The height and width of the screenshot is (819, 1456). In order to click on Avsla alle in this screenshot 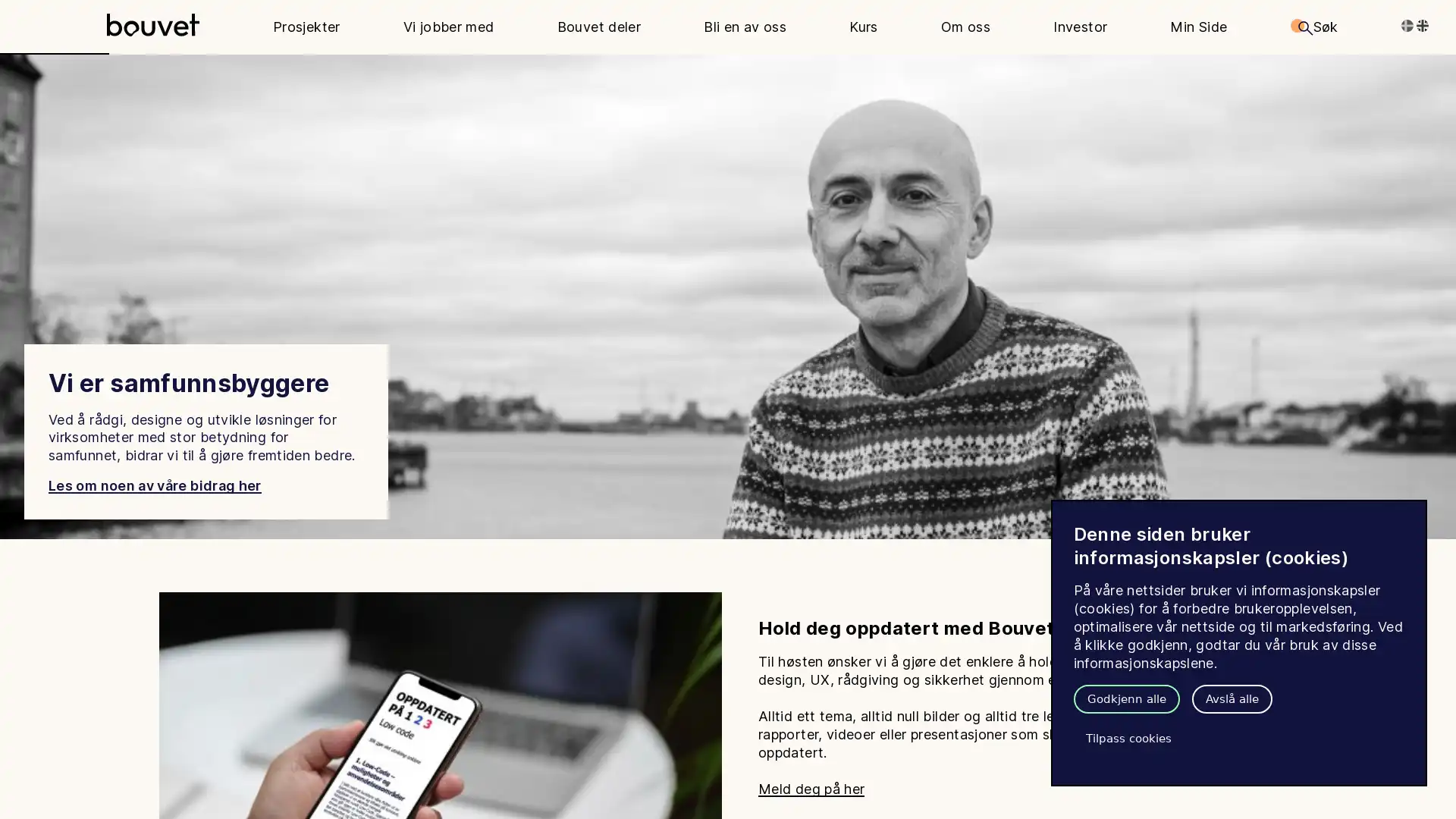, I will do `click(1231, 698)`.